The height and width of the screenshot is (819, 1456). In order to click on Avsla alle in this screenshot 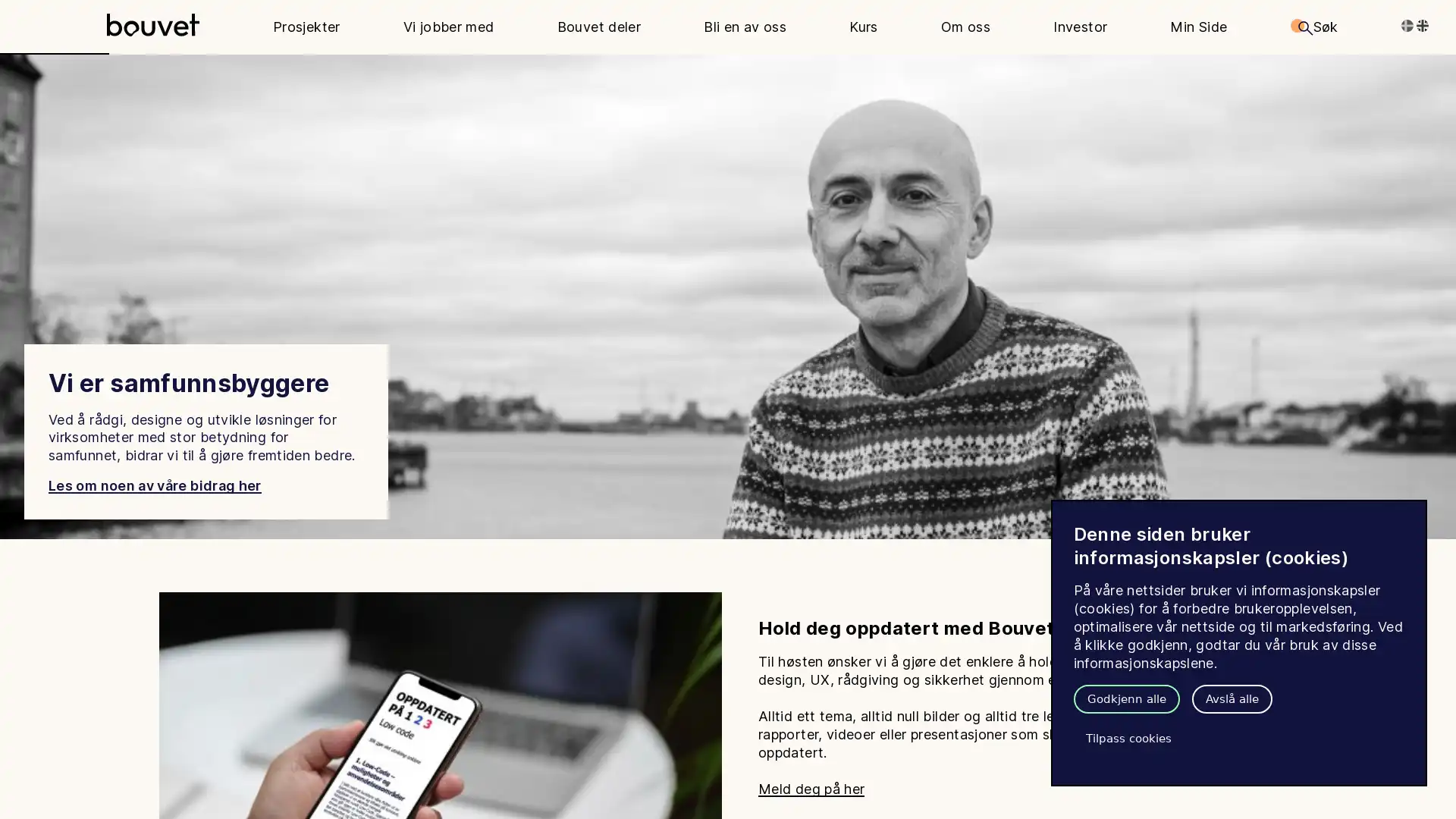, I will do `click(1231, 698)`.